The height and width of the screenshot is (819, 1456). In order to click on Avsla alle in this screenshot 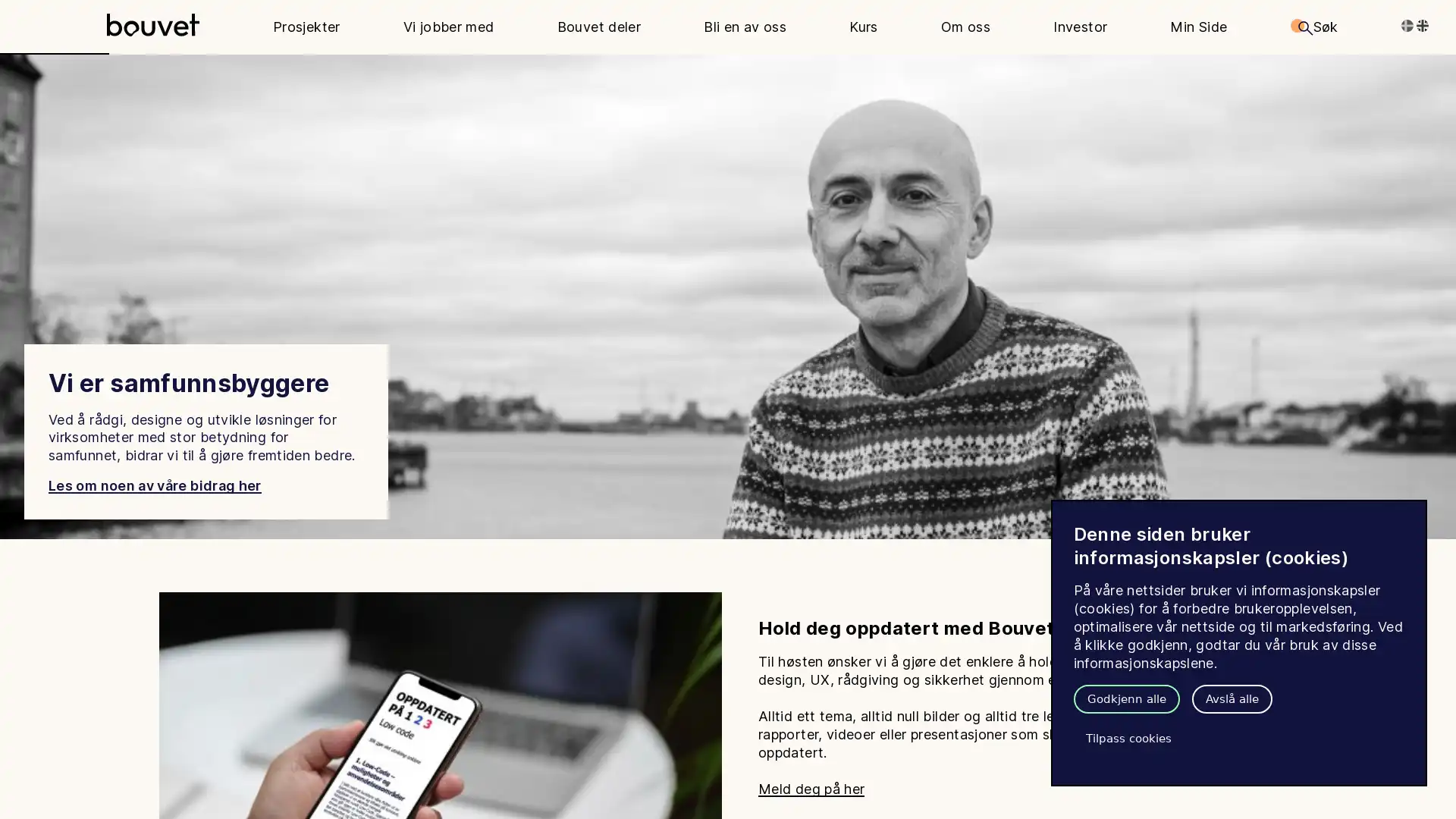, I will do `click(1231, 698)`.